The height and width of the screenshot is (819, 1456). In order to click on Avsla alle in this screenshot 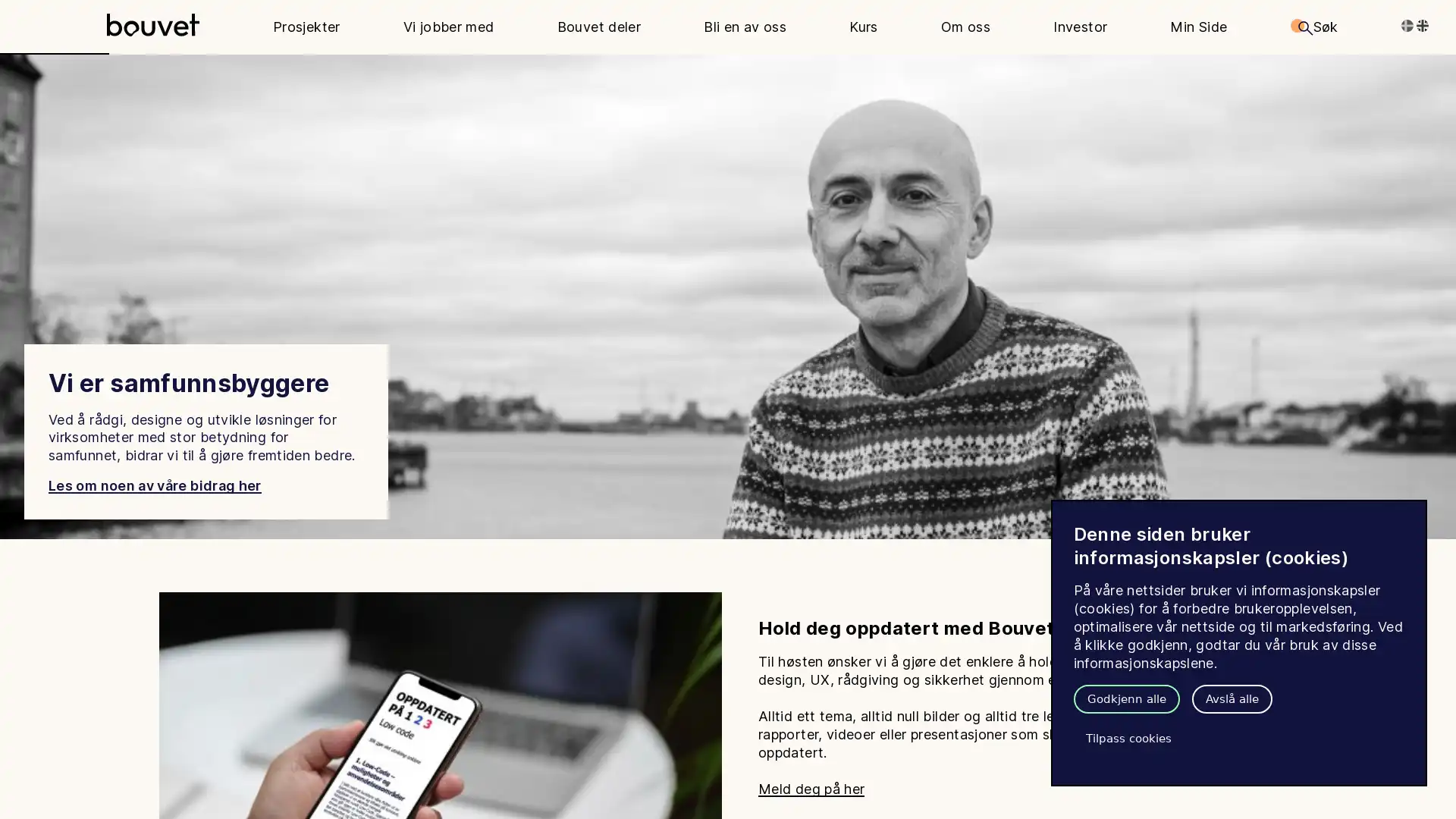, I will do `click(1231, 698)`.